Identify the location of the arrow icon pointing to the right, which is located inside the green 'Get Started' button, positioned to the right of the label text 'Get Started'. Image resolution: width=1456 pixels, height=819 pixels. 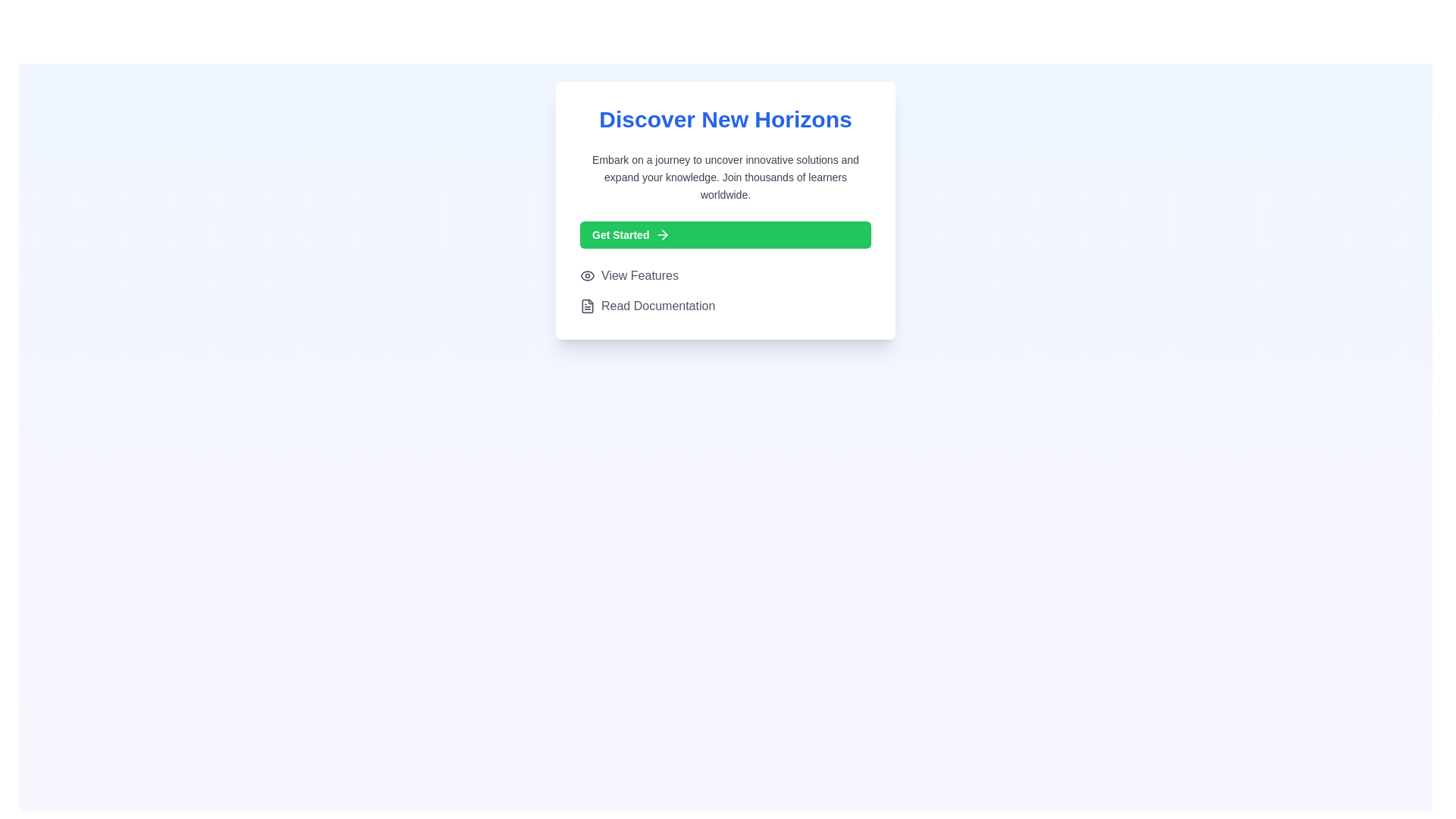
(663, 235).